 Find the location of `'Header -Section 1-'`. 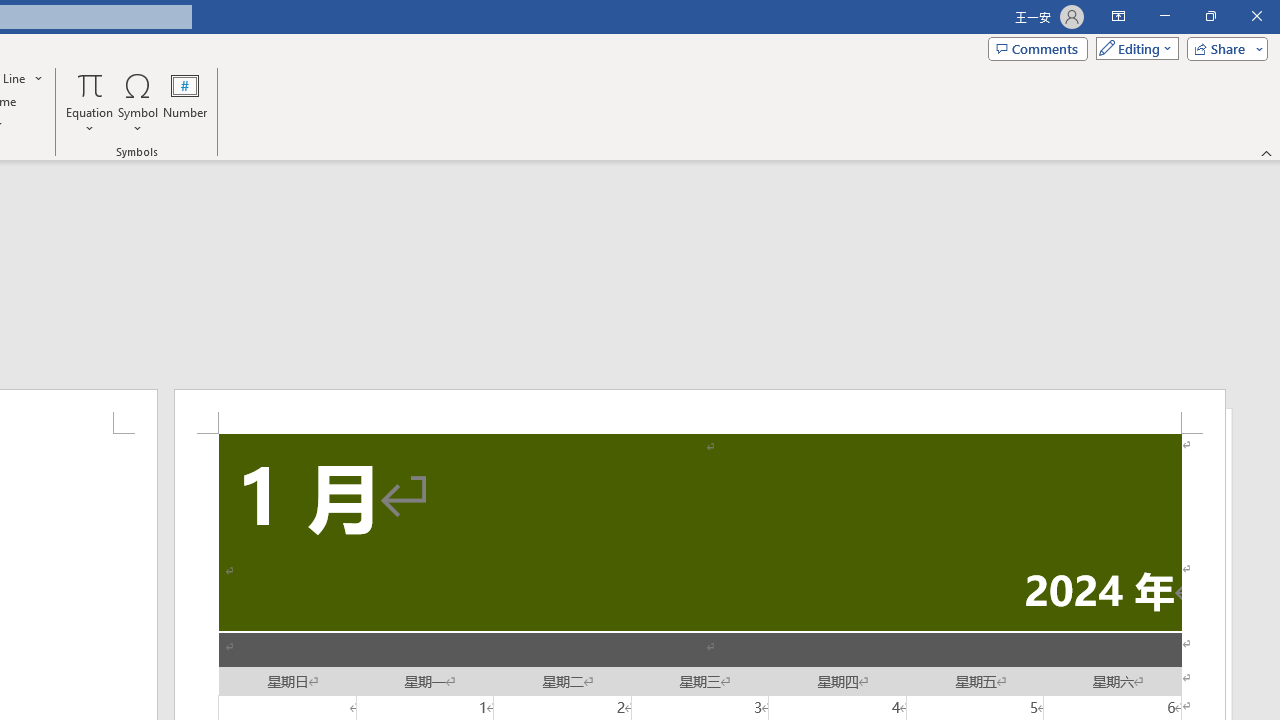

'Header -Section 1-' is located at coordinates (700, 410).